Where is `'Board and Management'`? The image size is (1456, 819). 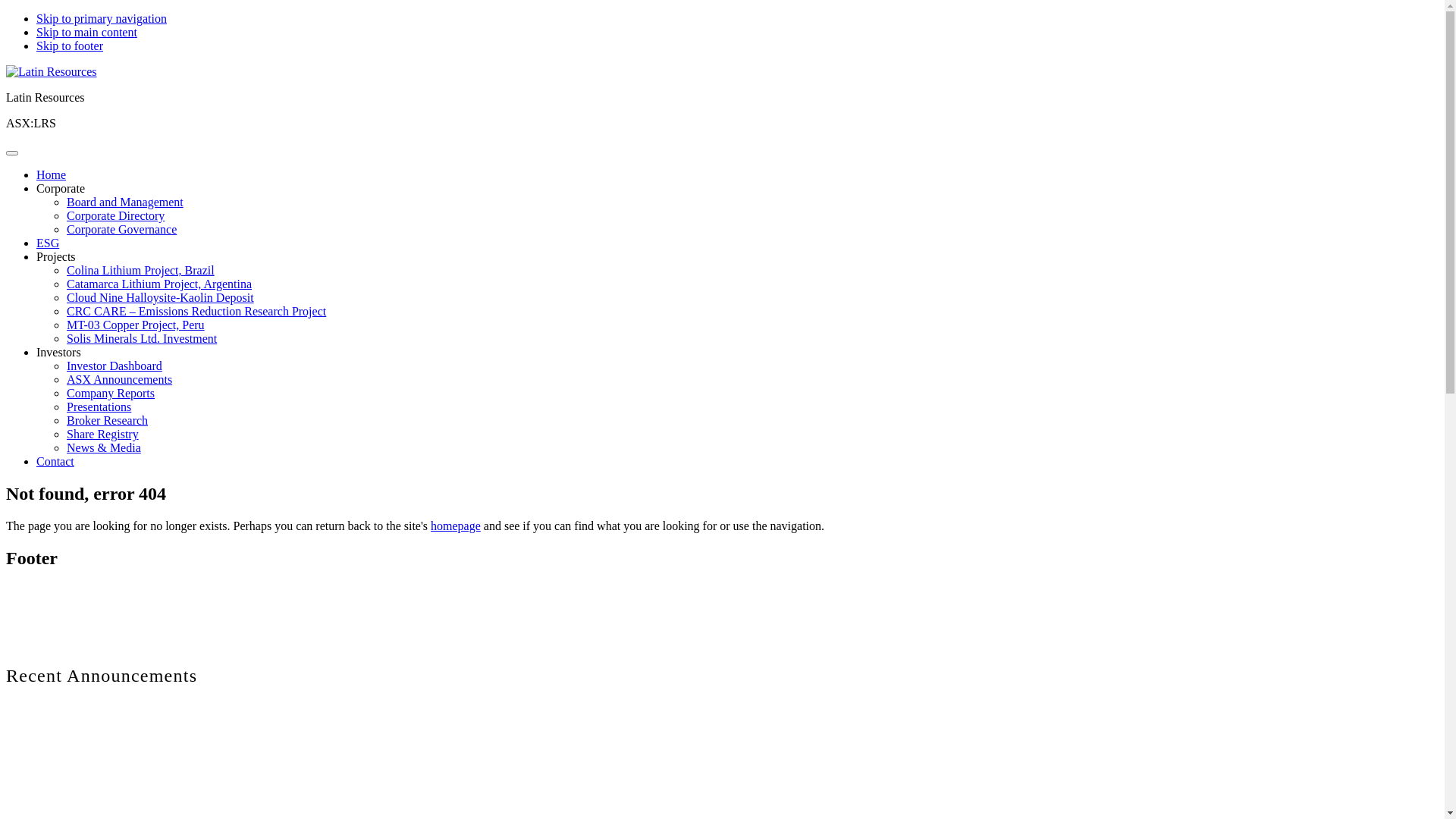
'Board and Management' is located at coordinates (124, 201).